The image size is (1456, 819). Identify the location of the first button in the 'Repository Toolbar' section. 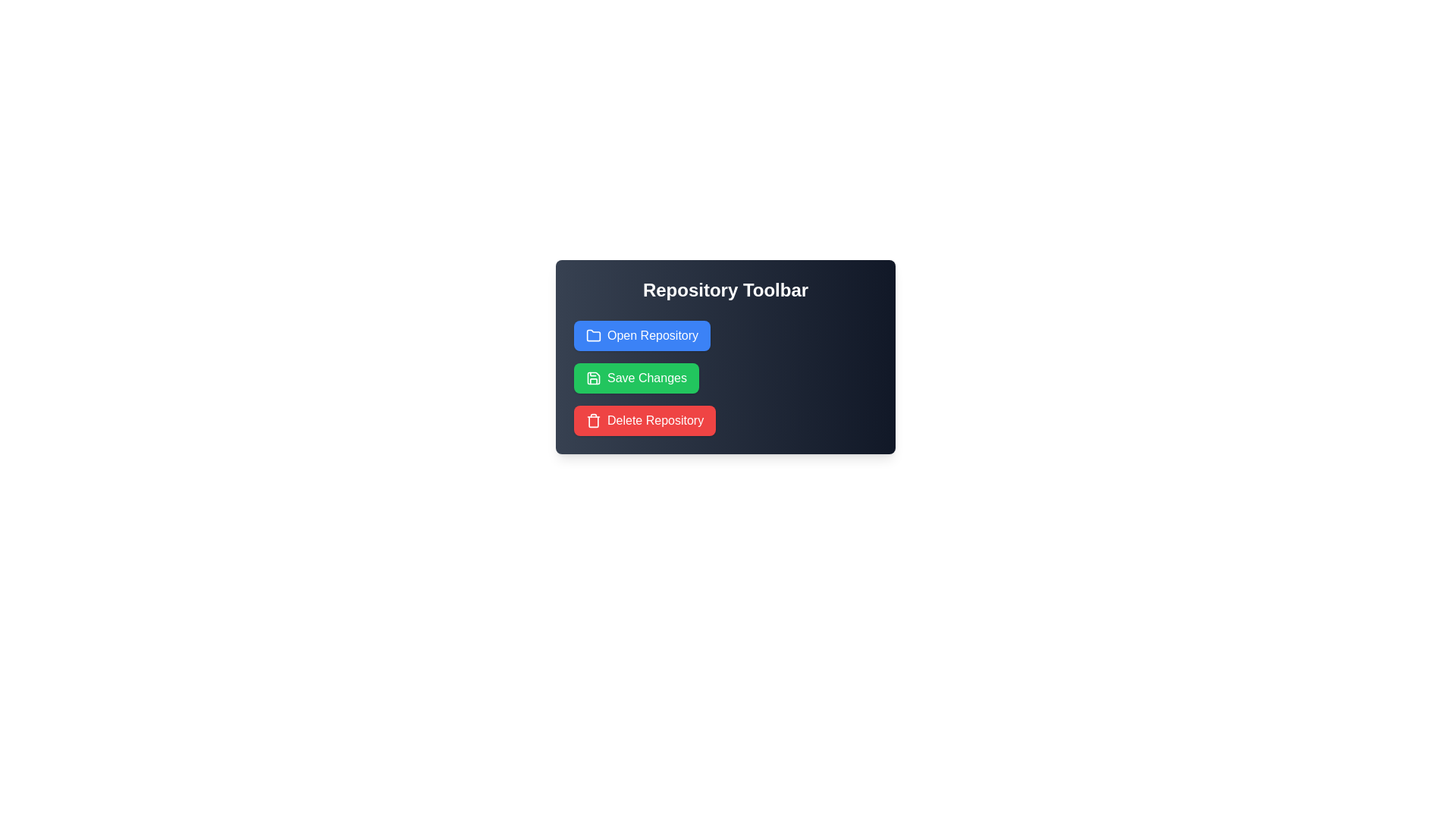
(642, 335).